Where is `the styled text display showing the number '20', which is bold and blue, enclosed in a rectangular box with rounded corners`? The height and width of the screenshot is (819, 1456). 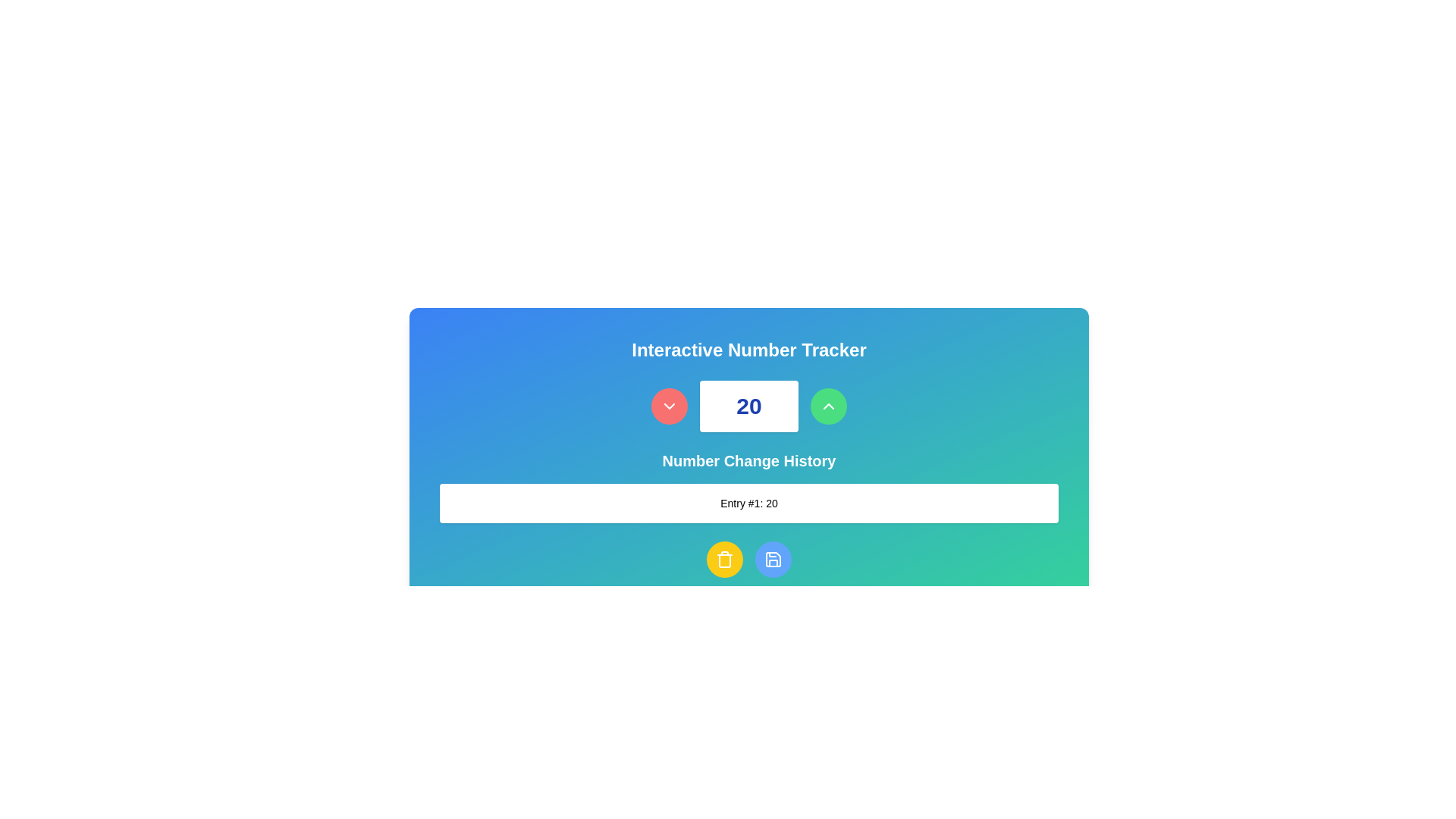
the styled text display showing the number '20', which is bold and blue, enclosed in a rectangular box with rounded corners is located at coordinates (749, 406).